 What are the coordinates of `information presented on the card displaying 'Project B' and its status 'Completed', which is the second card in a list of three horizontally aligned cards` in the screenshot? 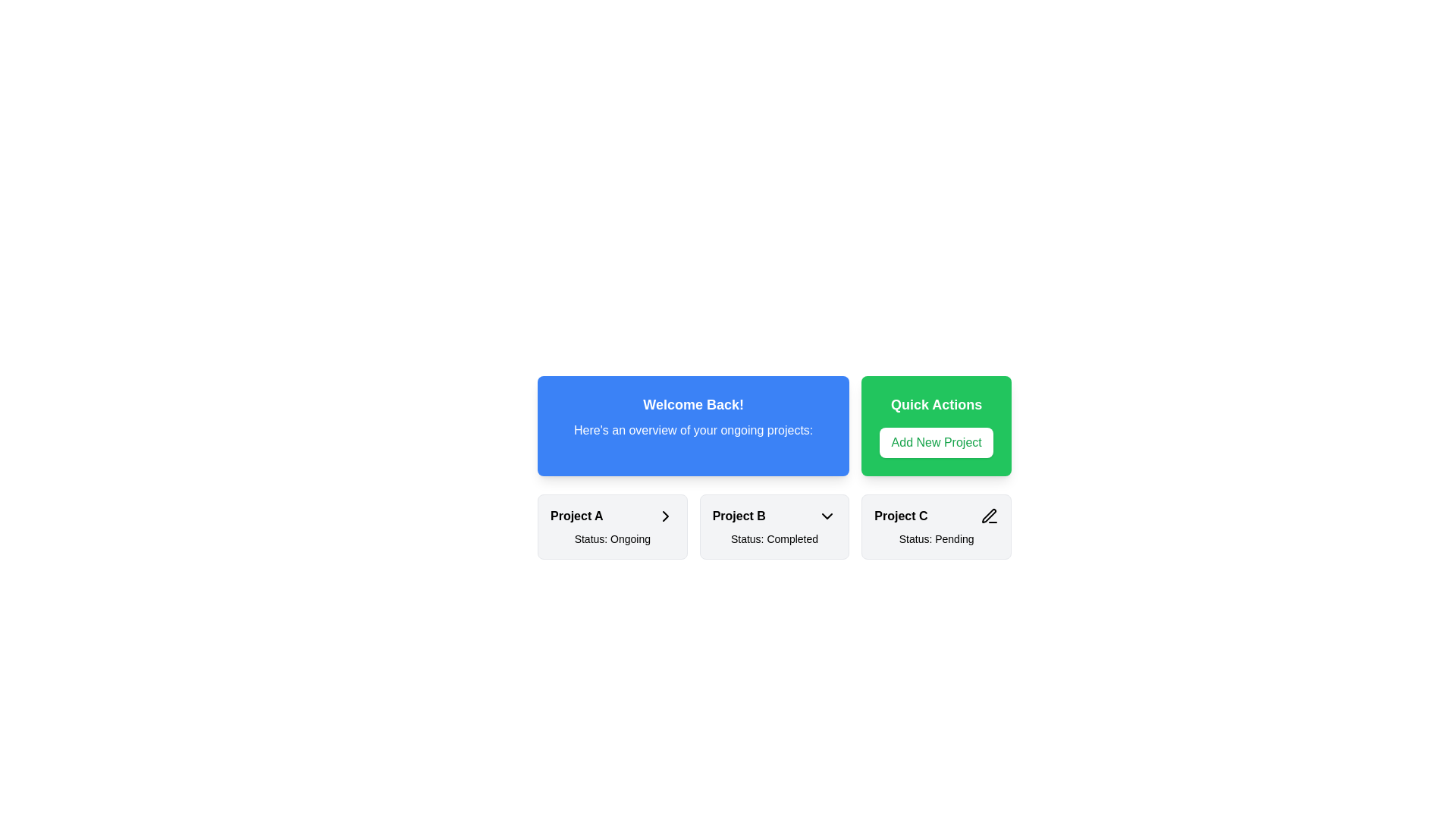 It's located at (774, 526).